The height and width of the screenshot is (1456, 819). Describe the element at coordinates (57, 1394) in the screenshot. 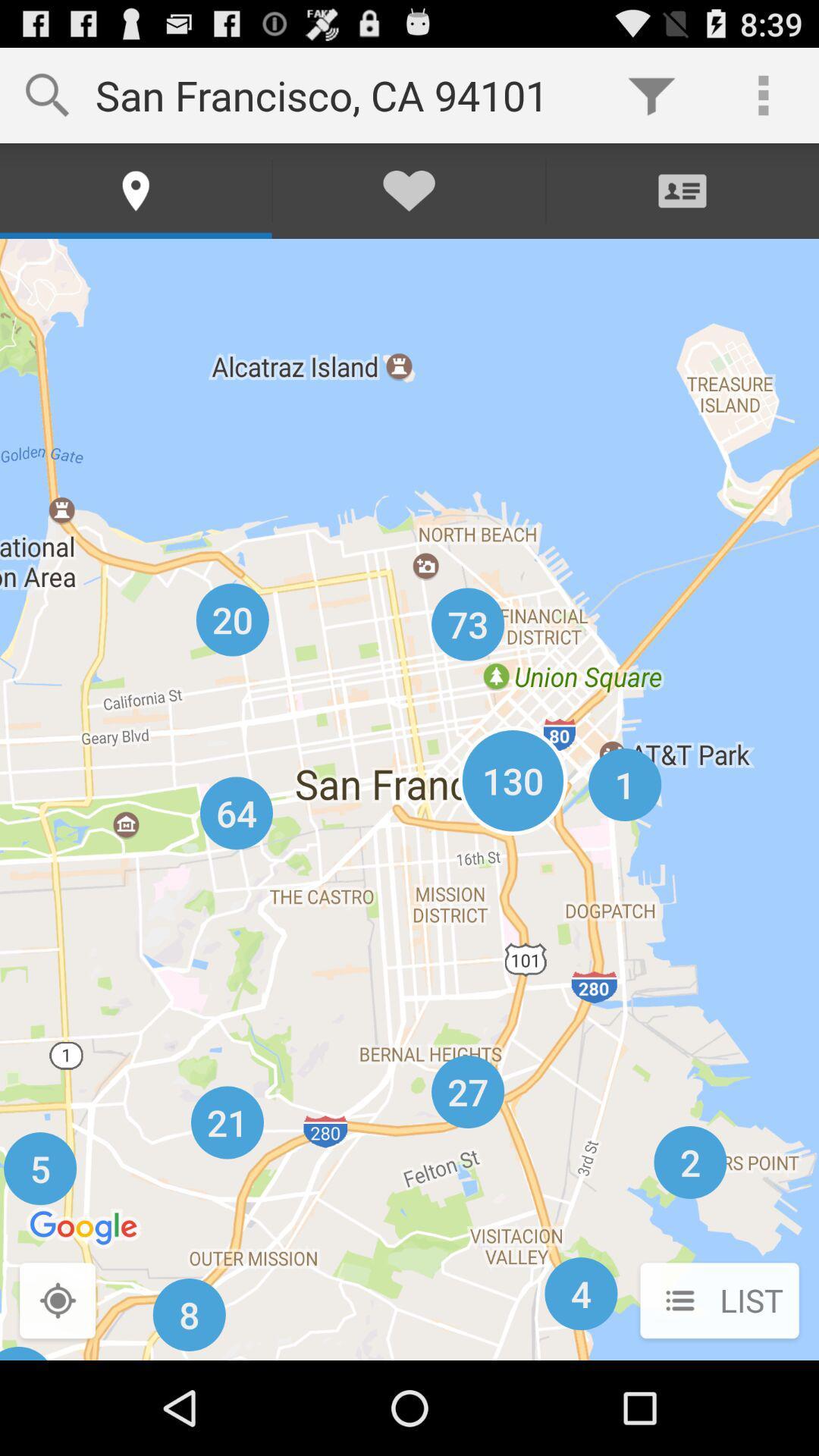

I see `the location_crosshair icon` at that location.